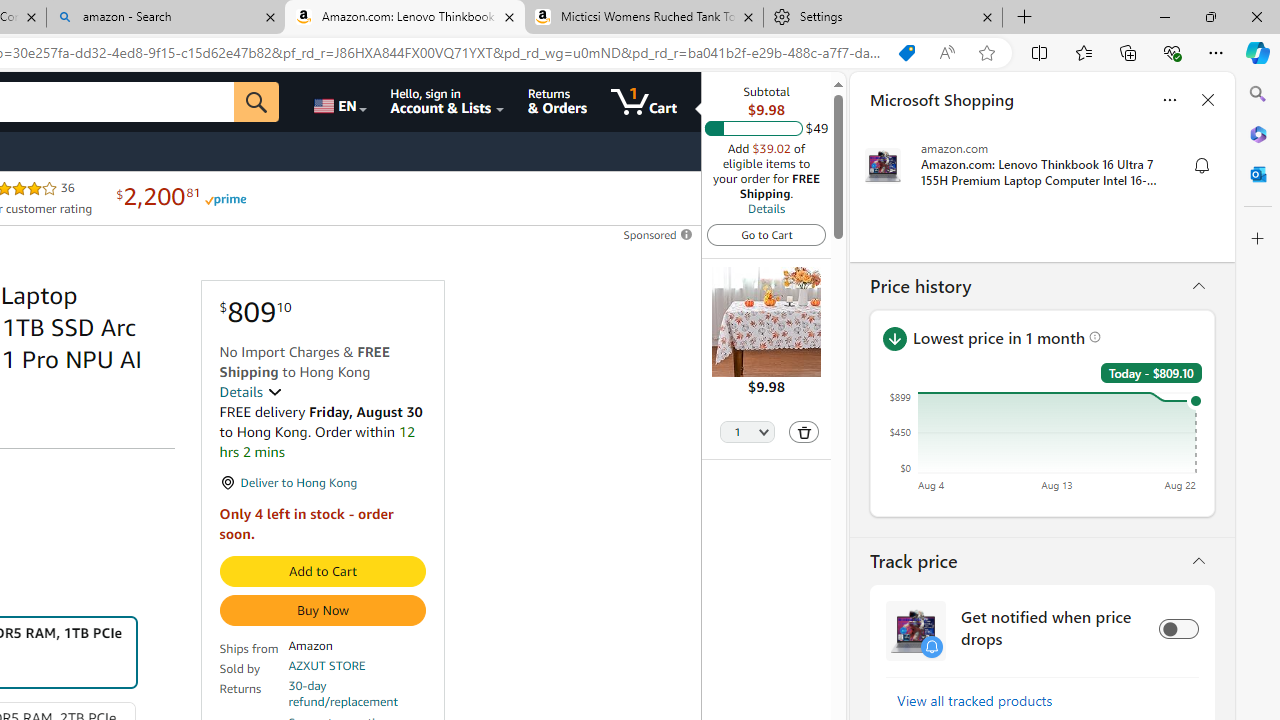 This screenshot has height=720, width=1280. I want to click on 'Hello, sign in Account & Lists', so click(447, 101).